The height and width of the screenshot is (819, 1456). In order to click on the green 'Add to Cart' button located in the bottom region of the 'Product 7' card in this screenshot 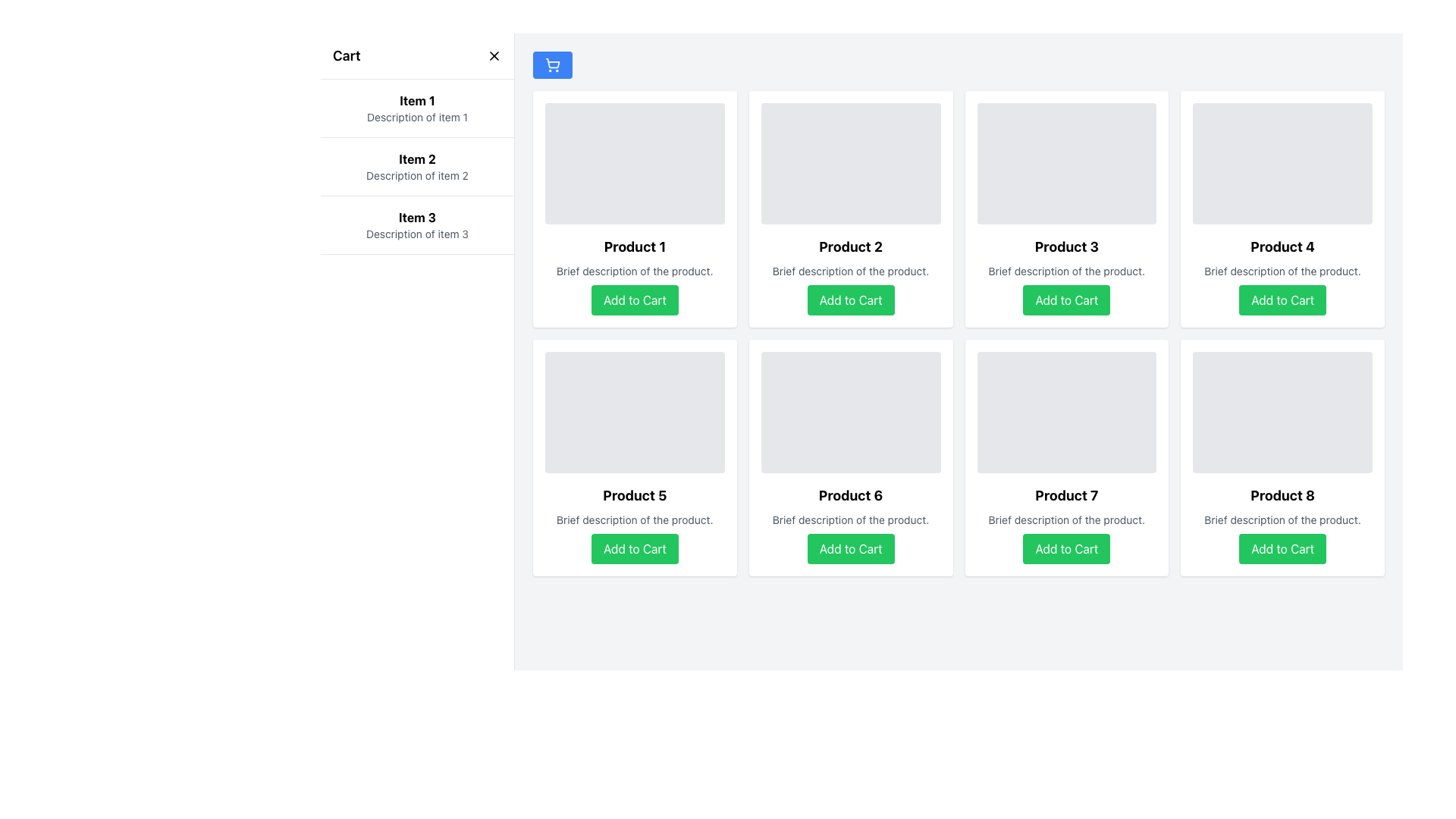, I will do `click(1065, 549)`.